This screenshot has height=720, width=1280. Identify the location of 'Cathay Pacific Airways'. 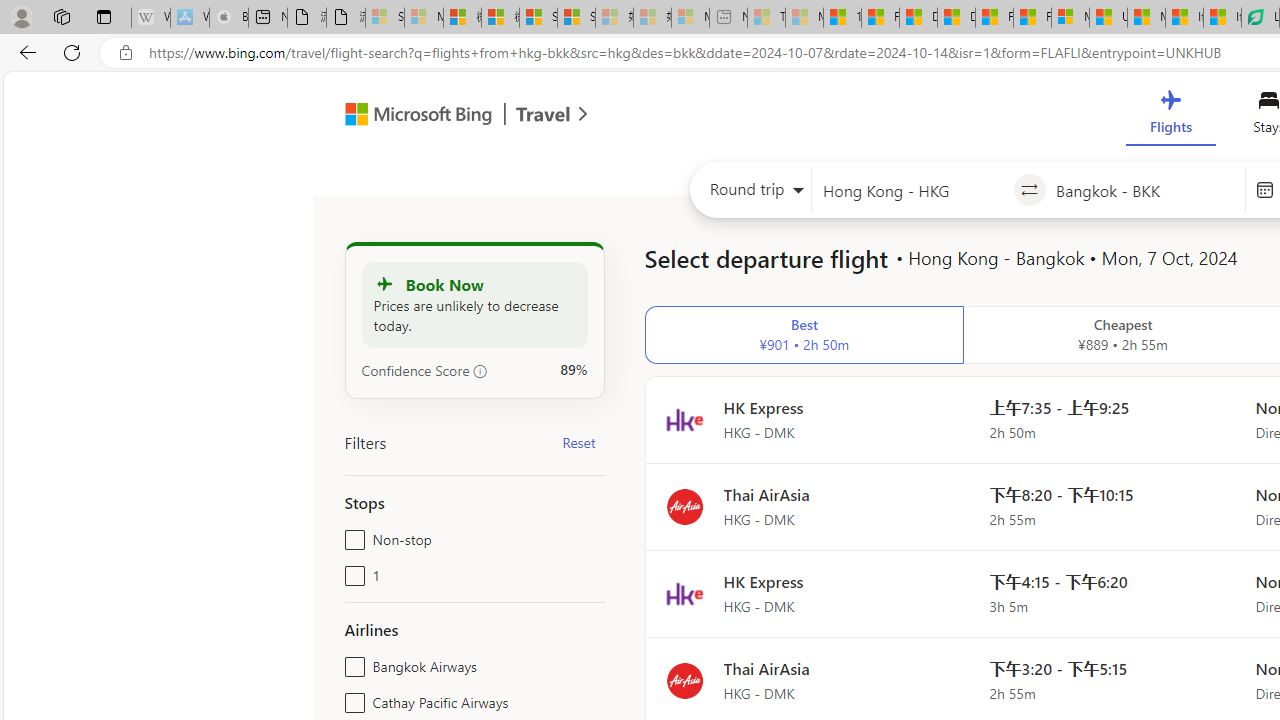
(351, 698).